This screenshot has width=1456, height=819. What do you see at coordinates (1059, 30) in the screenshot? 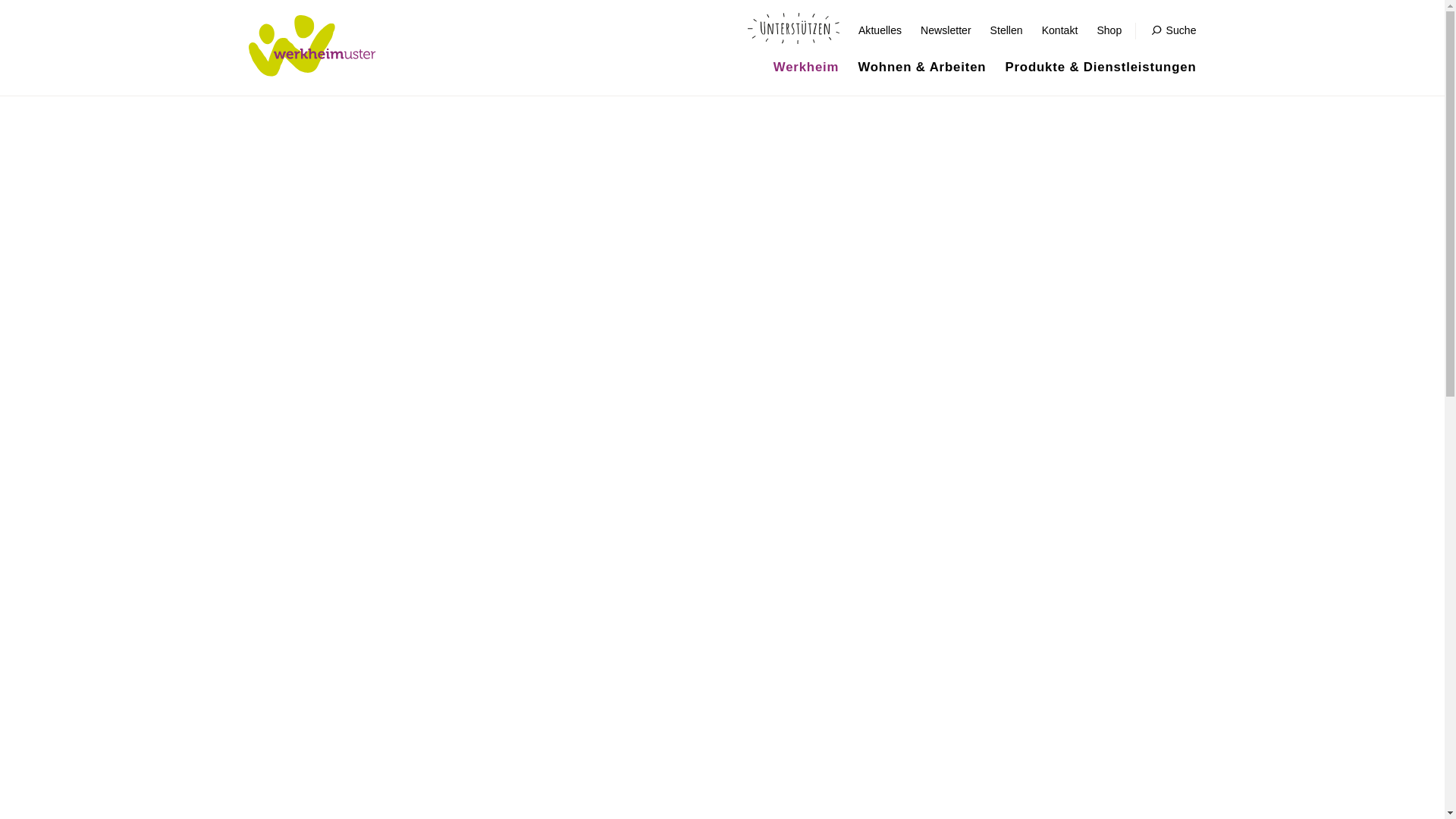
I see `'Kontakt'` at bounding box center [1059, 30].